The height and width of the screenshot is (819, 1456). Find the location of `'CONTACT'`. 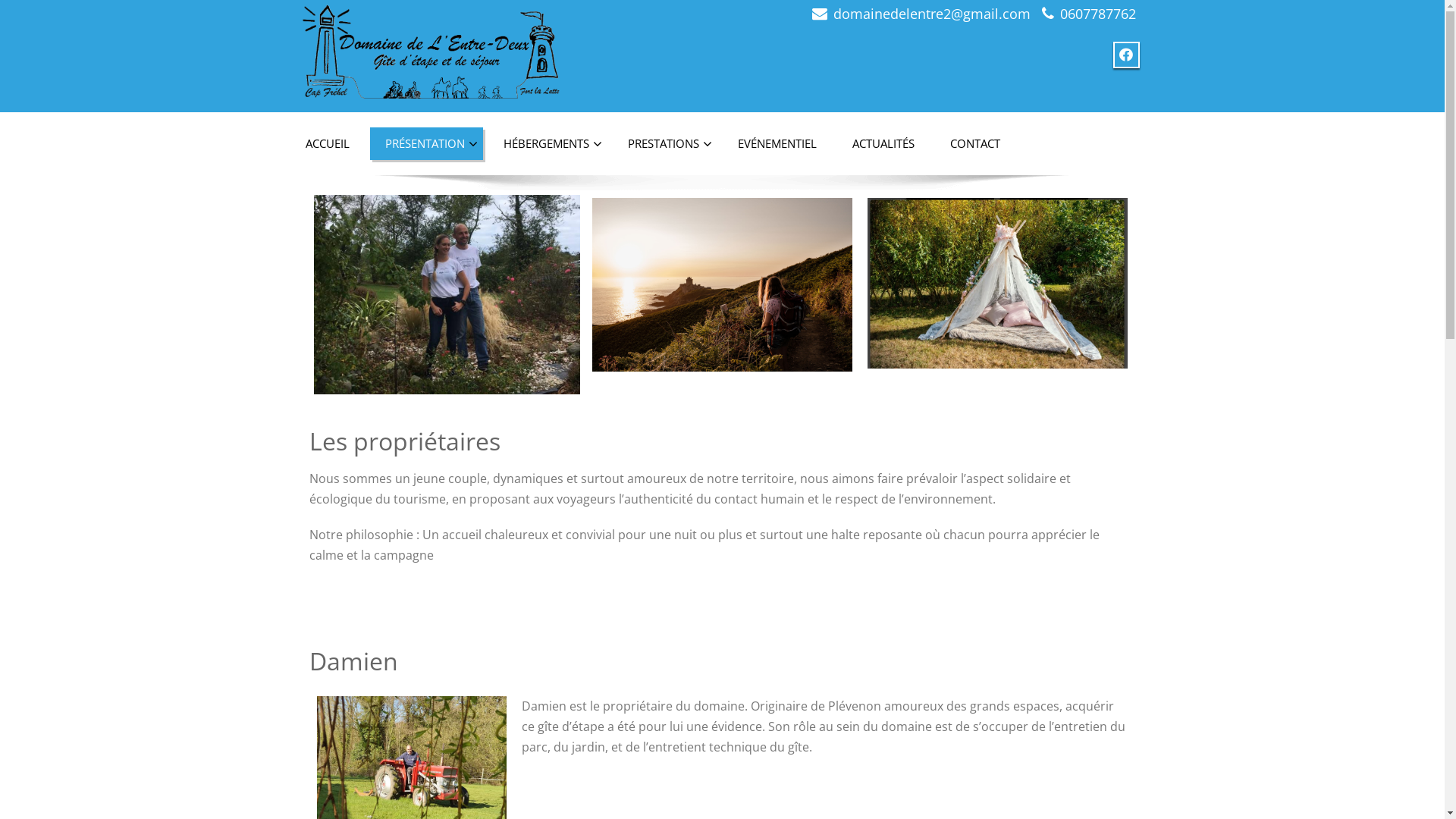

'CONTACT' is located at coordinates (974, 143).